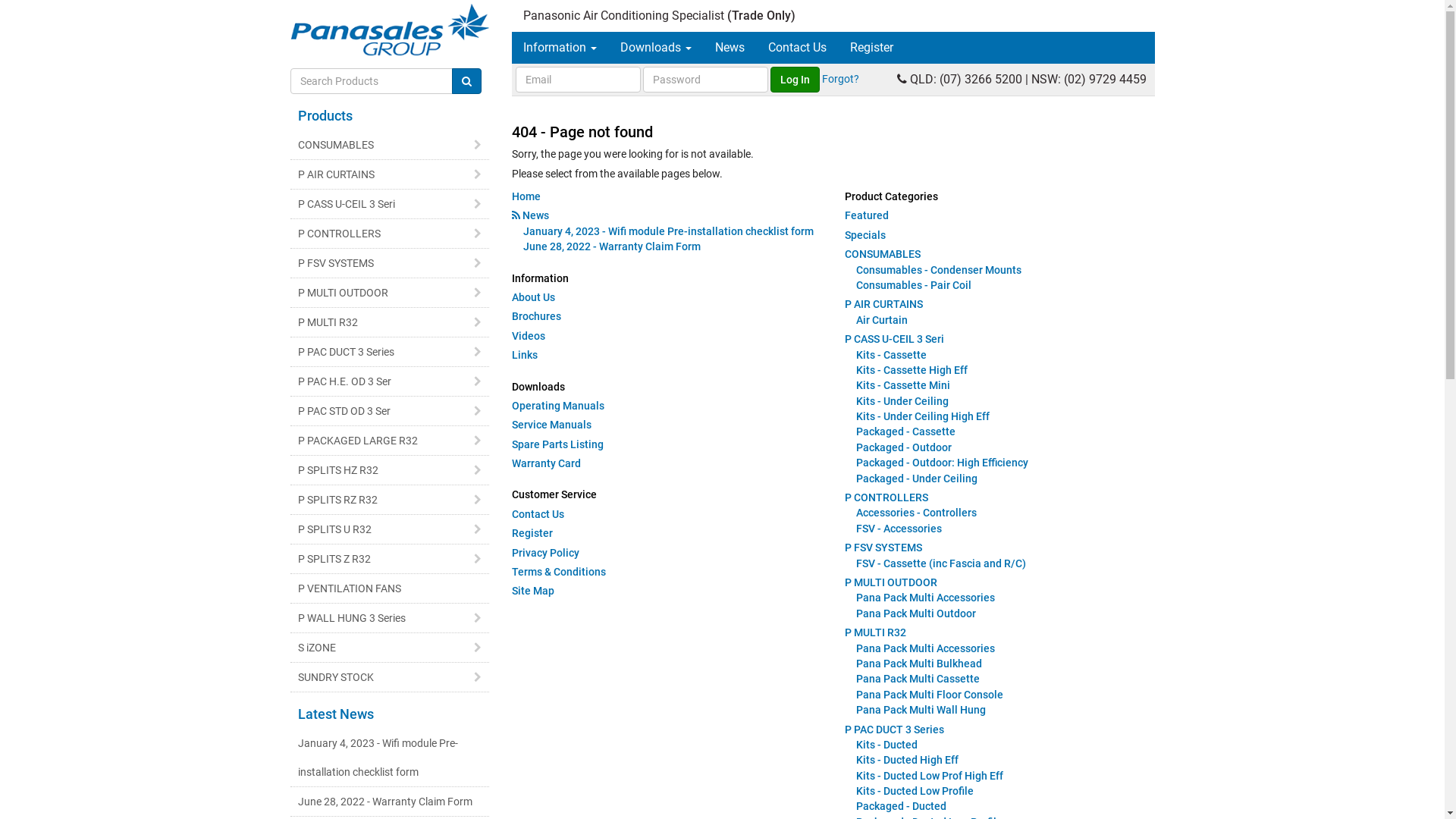 This screenshot has width=1456, height=819. Describe the element at coordinates (512, 513) in the screenshot. I see `'Contact Us'` at that location.